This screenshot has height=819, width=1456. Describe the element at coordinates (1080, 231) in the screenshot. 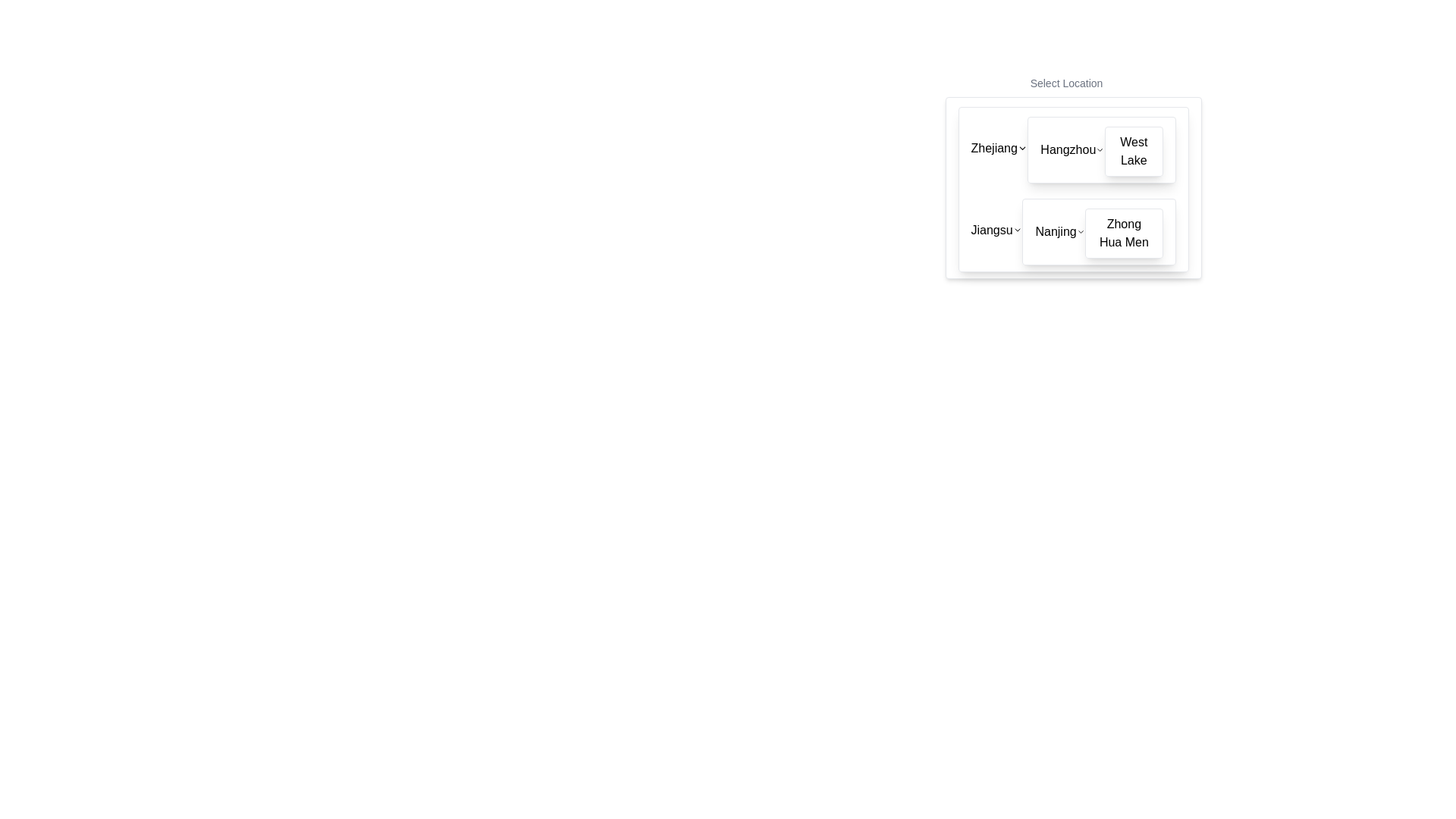

I see `the downward-pointing chevron icon next to the text 'Nanjing'` at that location.